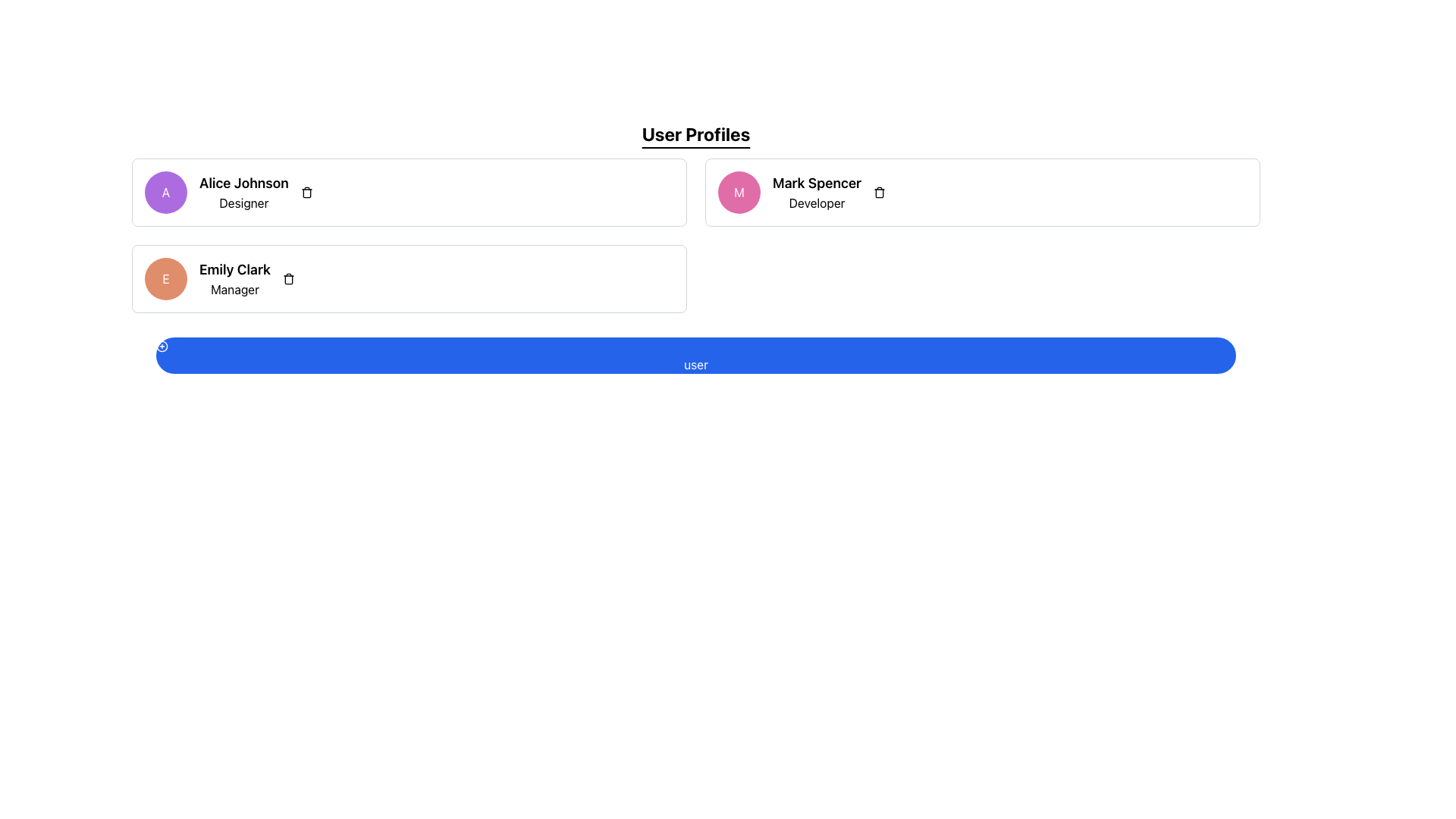 This screenshot has width=1456, height=819. What do you see at coordinates (816, 192) in the screenshot?
I see `the non-interactive text display showing the name 'Mark Spencer' and title 'Developer' located in the second user profile card from the top, positioned to the right of the pink circular icon with the letter 'M'` at bounding box center [816, 192].